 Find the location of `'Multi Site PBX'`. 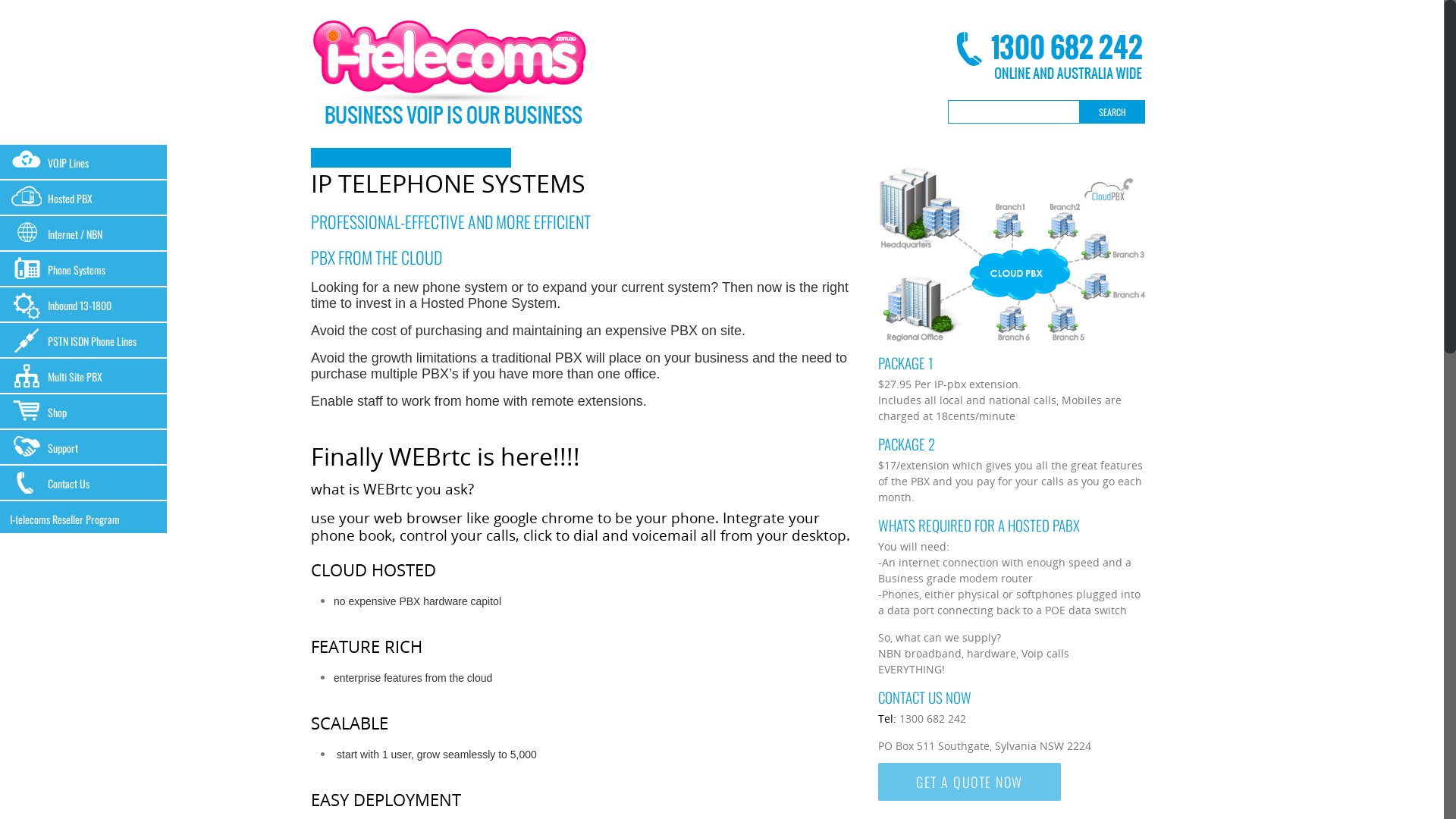

'Multi Site PBX' is located at coordinates (83, 375).